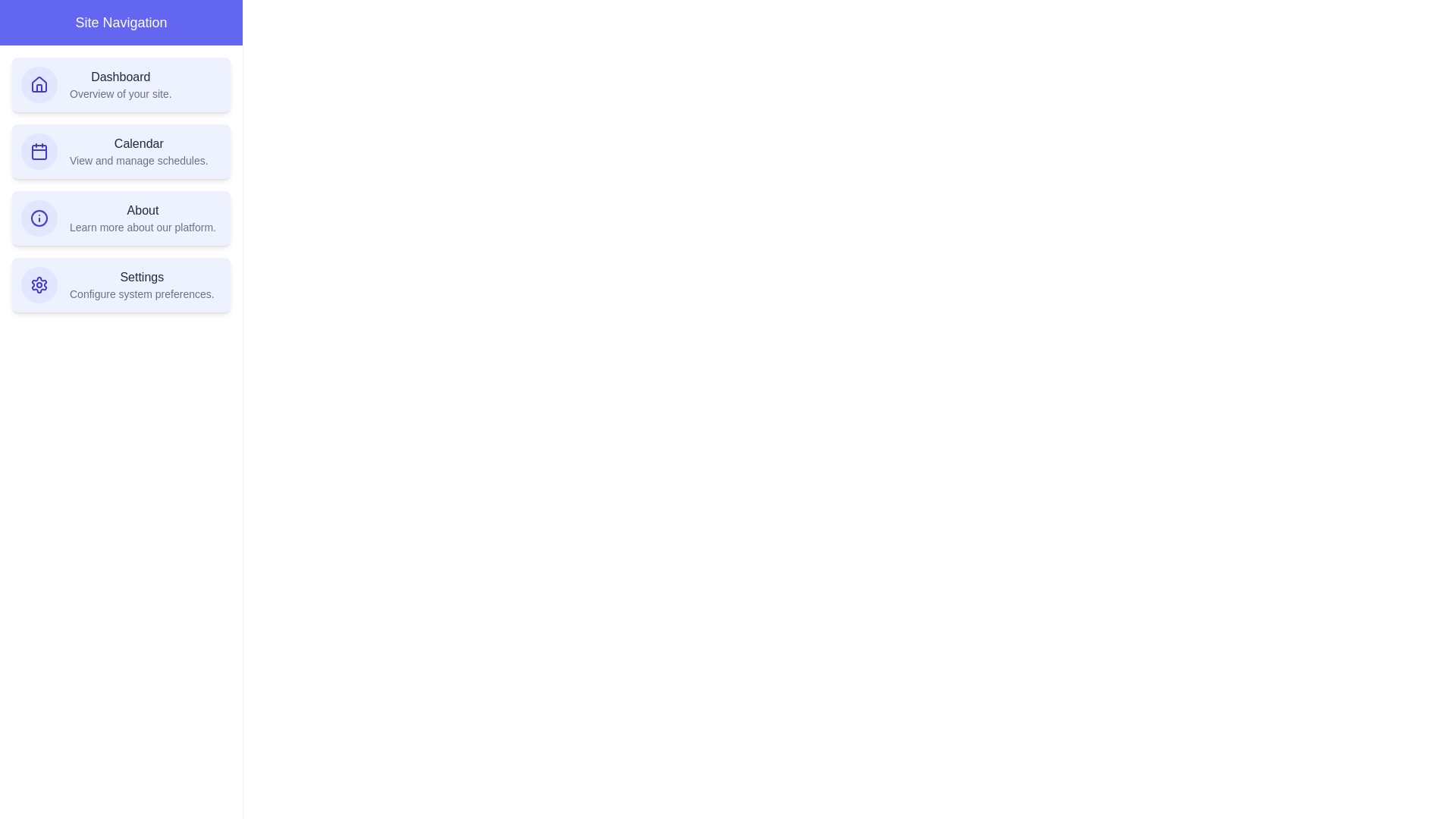  I want to click on the navigation item Dashboard to observe its hover state, so click(120, 84).